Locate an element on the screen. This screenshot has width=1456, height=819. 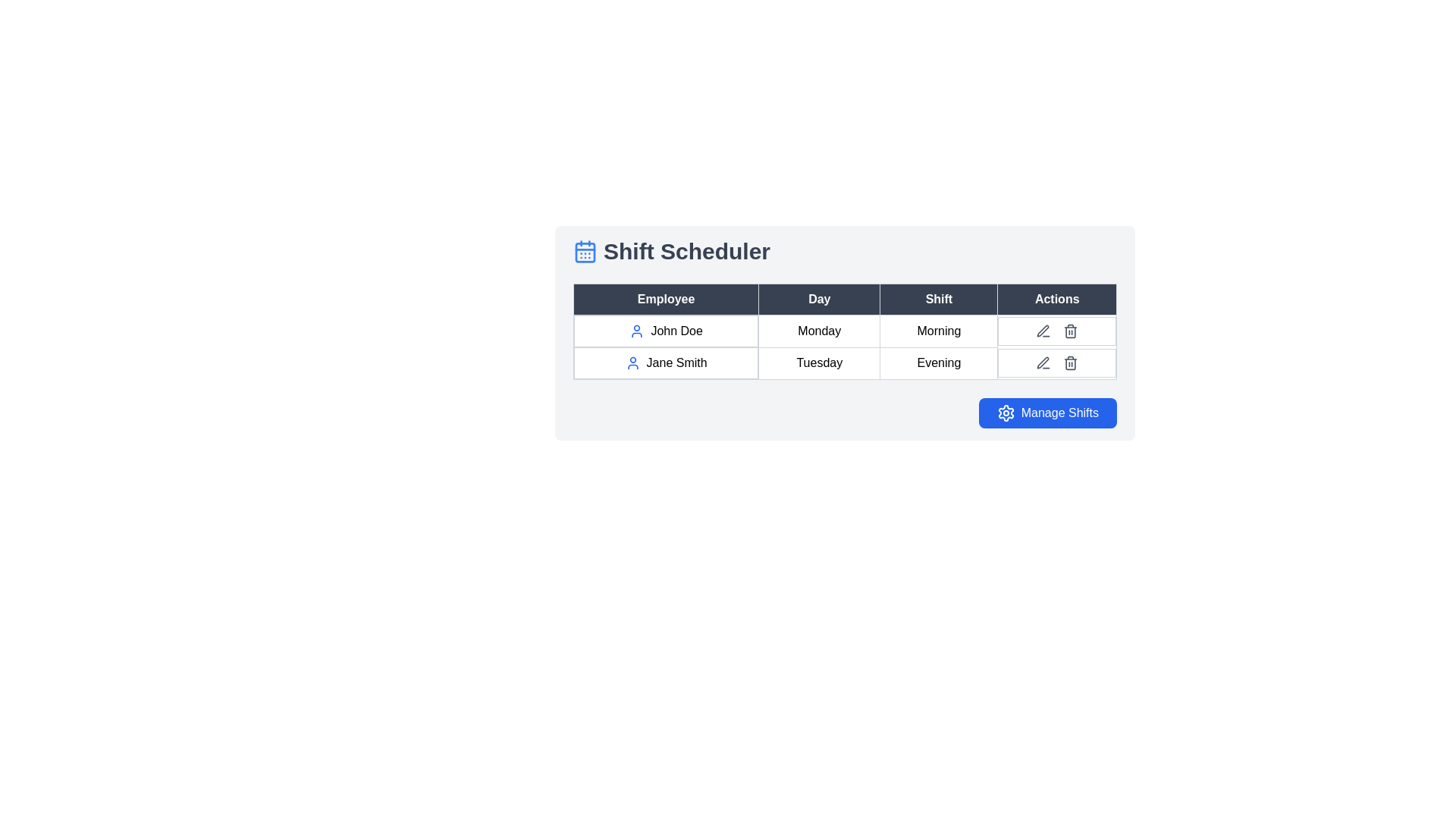
text from the label displaying 'Tuesday', which is styled with black text on a white background in the second row and second column of the table is located at coordinates (818, 363).